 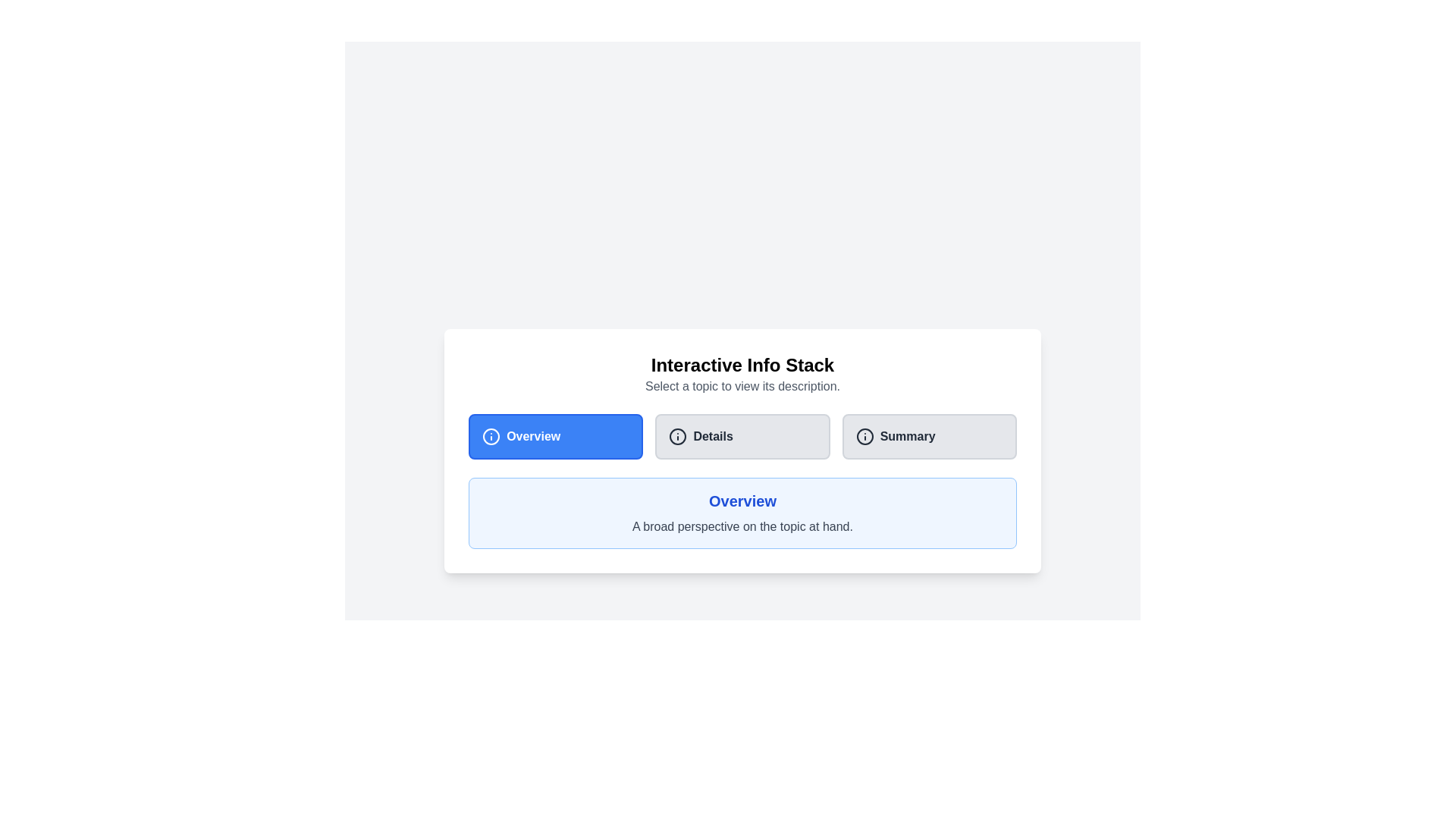 What do you see at coordinates (928, 436) in the screenshot?
I see `the 'Summary' option, which is a clickable UI element with an info icon on the left and bold text next to it, located in the interactive section as the third option in a horizontal row of buttons` at bounding box center [928, 436].